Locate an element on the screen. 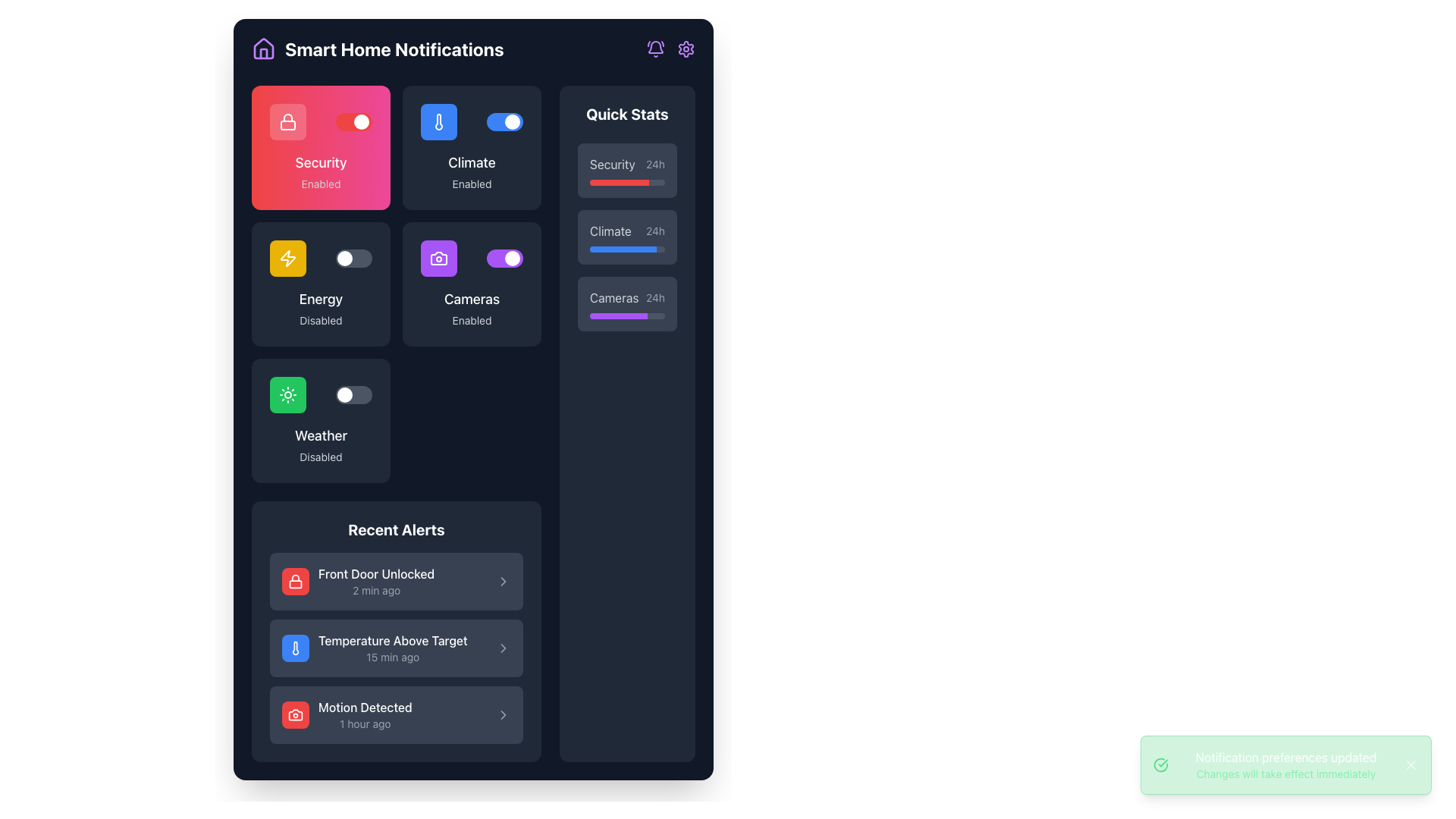 The width and height of the screenshot is (1456, 819). the 'Cameras 24h' label, which displays the text in gray with 'Cameras' capitalized and is located above the purple progress bar in the 'Quick Stats' section is located at coordinates (627, 298).